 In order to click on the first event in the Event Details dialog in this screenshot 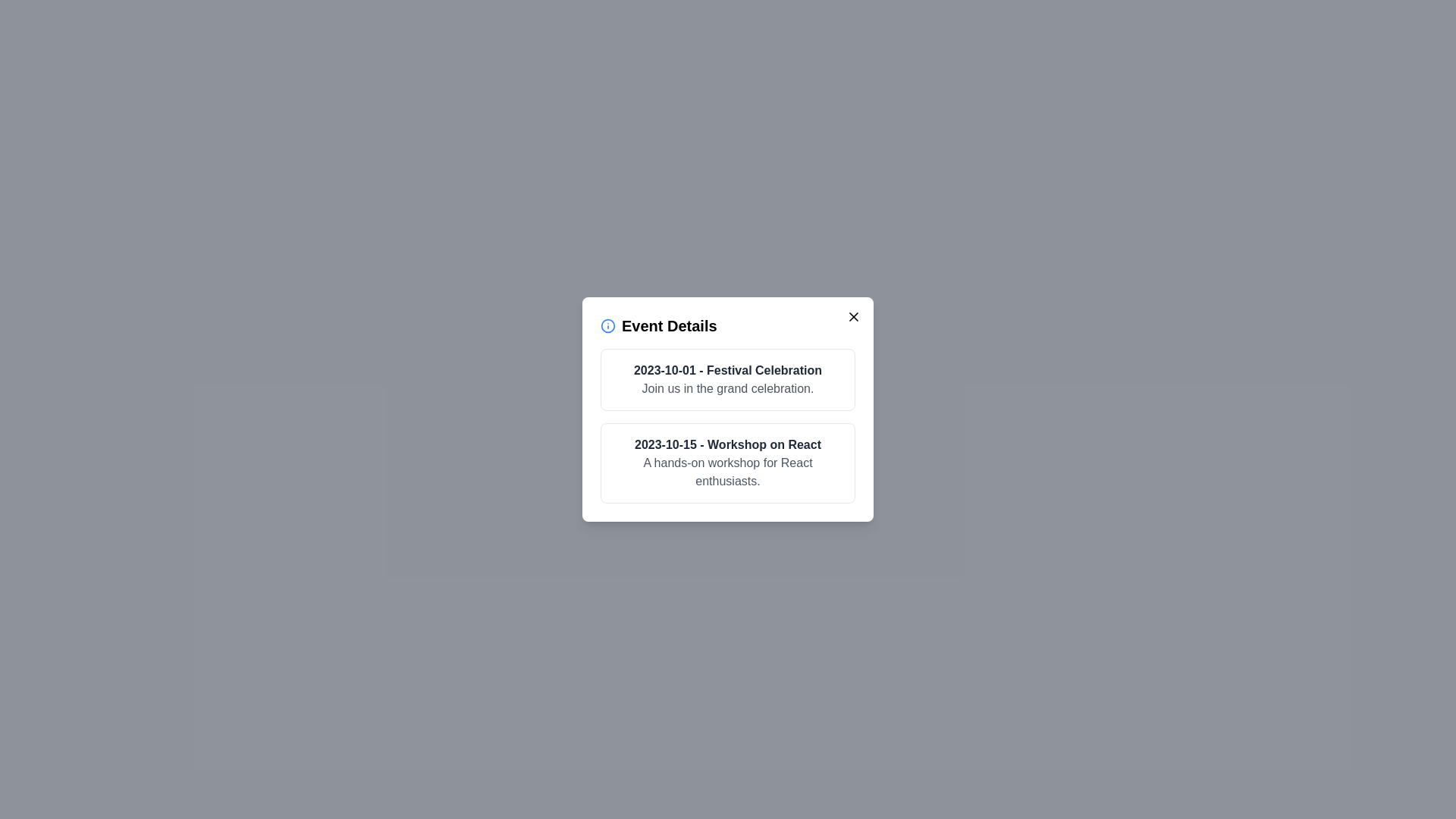, I will do `click(728, 379)`.